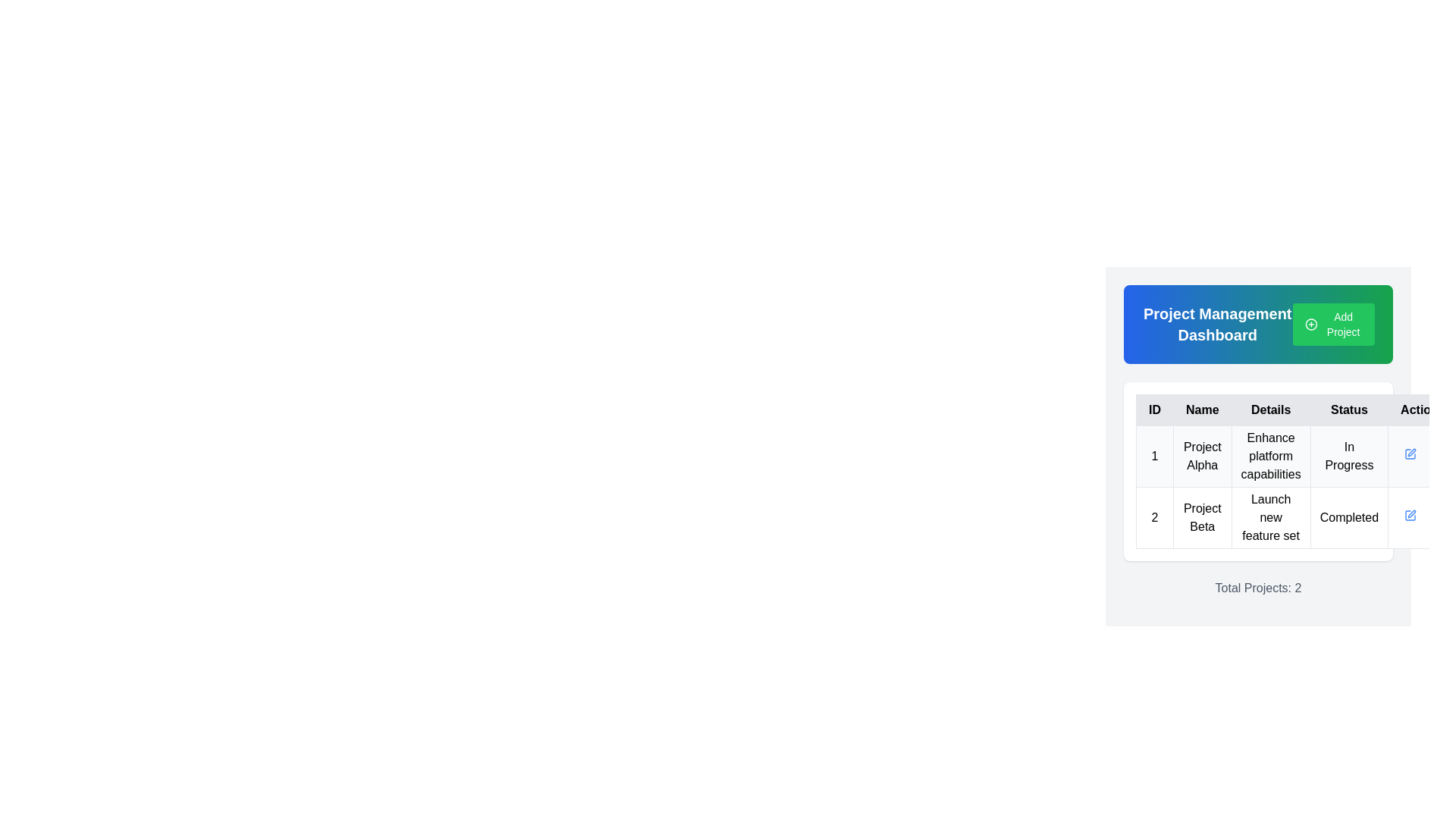 The height and width of the screenshot is (819, 1456). Describe the element at coordinates (1153, 409) in the screenshot. I see `the table header labeled 'ID', which is styled with a bold font and located at the top-left corner of the table` at that location.